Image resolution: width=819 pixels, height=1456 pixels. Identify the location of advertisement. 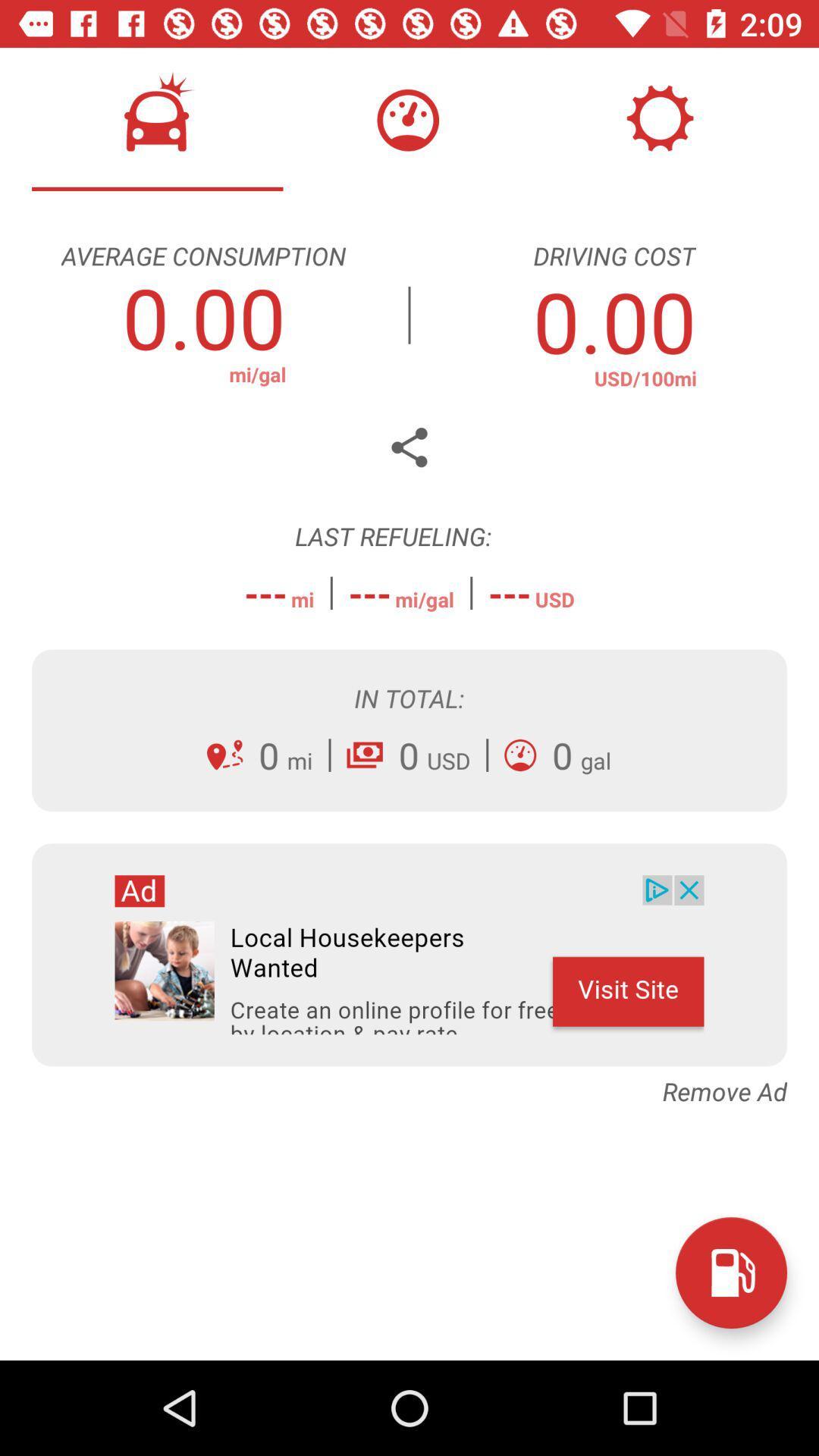
(409, 954).